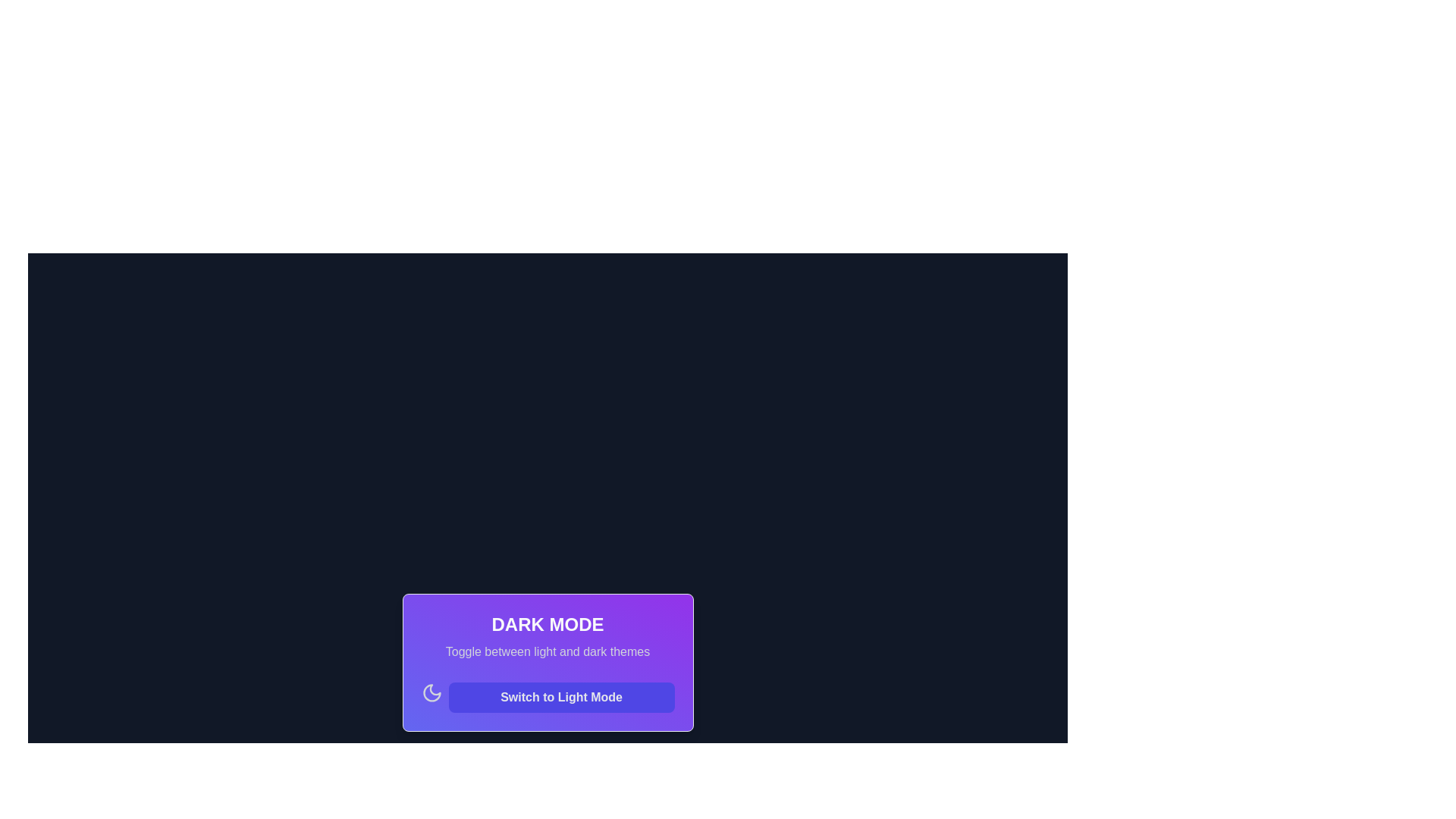 The height and width of the screenshot is (819, 1456). What do you see at coordinates (431, 693) in the screenshot?
I see `the crescent moon icon representing the dark mode feature` at bounding box center [431, 693].